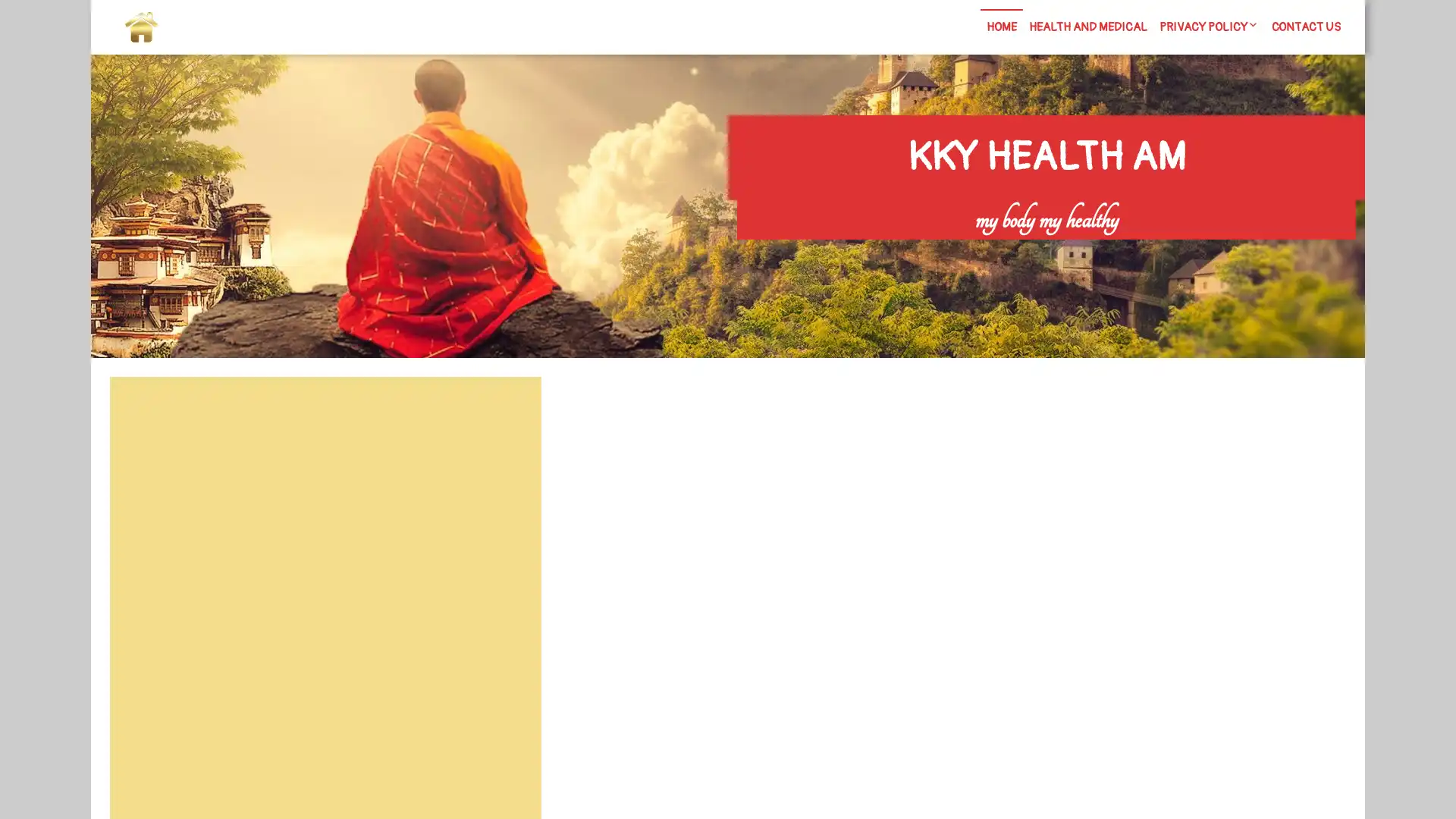 Image resolution: width=1456 pixels, height=819 pixels. I want to click on Search, so click(1181, 248).